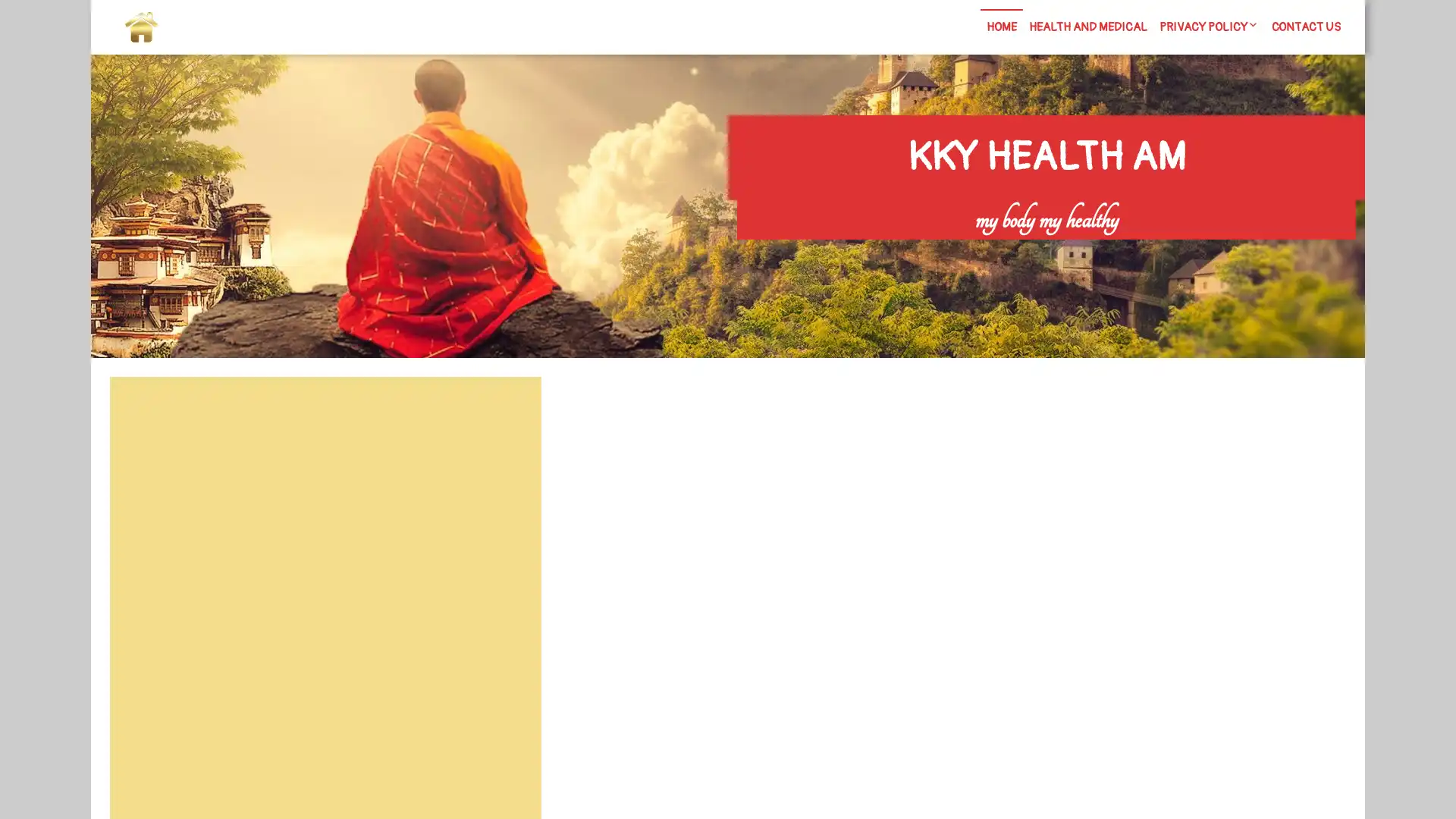 Image resolution: width=1456 pixels, height=819 pixels. I want to click on Search, so click(1181, 248).